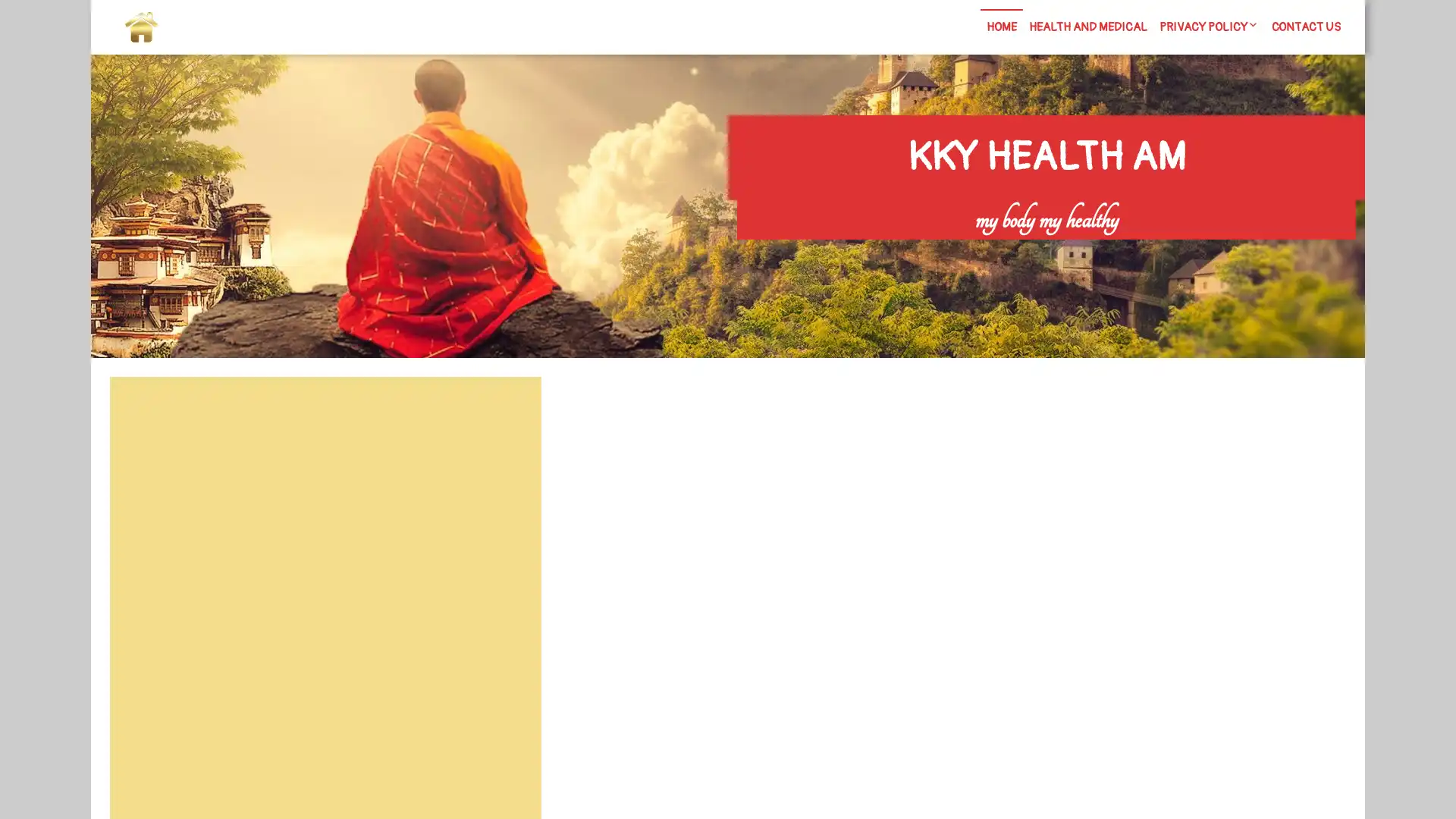 Image resolution: width=1456 pixels, height=819 pixels. I want to click on Search, so click(1181, 248).